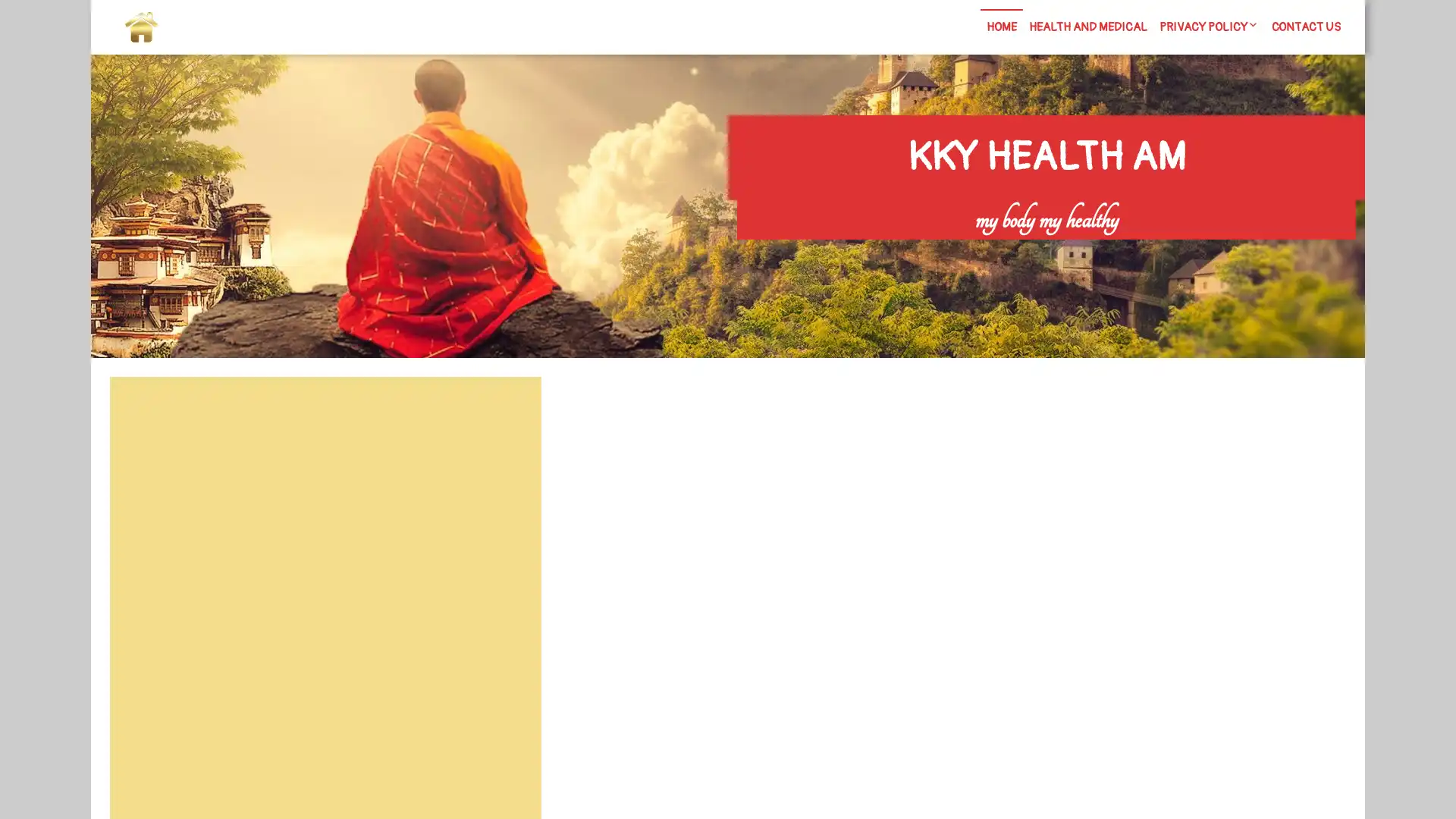 Image resolution: width=1456 pixels, height=819 pixels. I want to click on Search, so click(1181, 248).